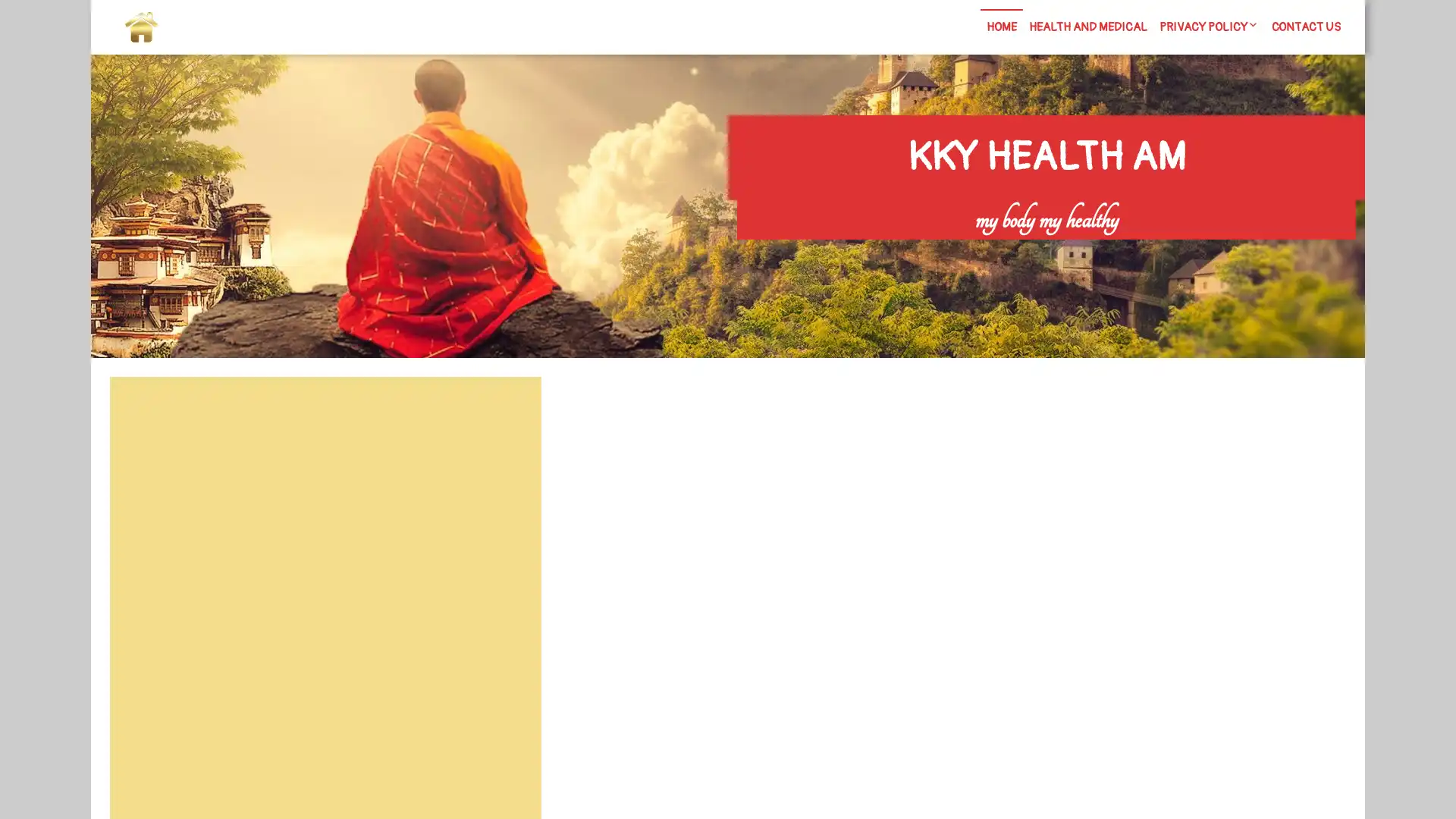 Image resolution: width=1456 pixels, height=819 pixels. I want to click on Search, so click(1181, 248).